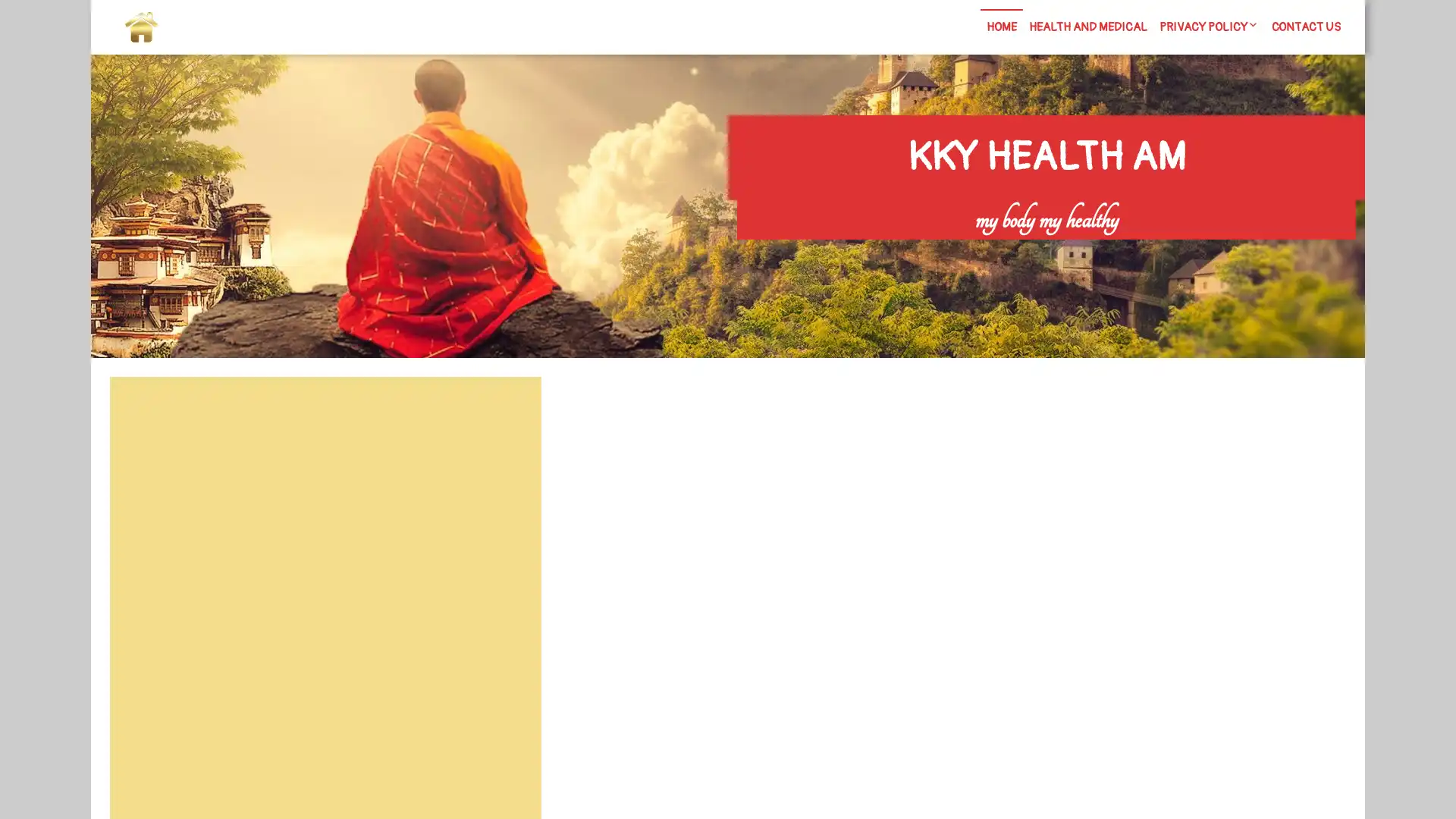 Image resolution: width=1456 pixels, height=819 pixels. I want to click on Search, so click(1181, 248).